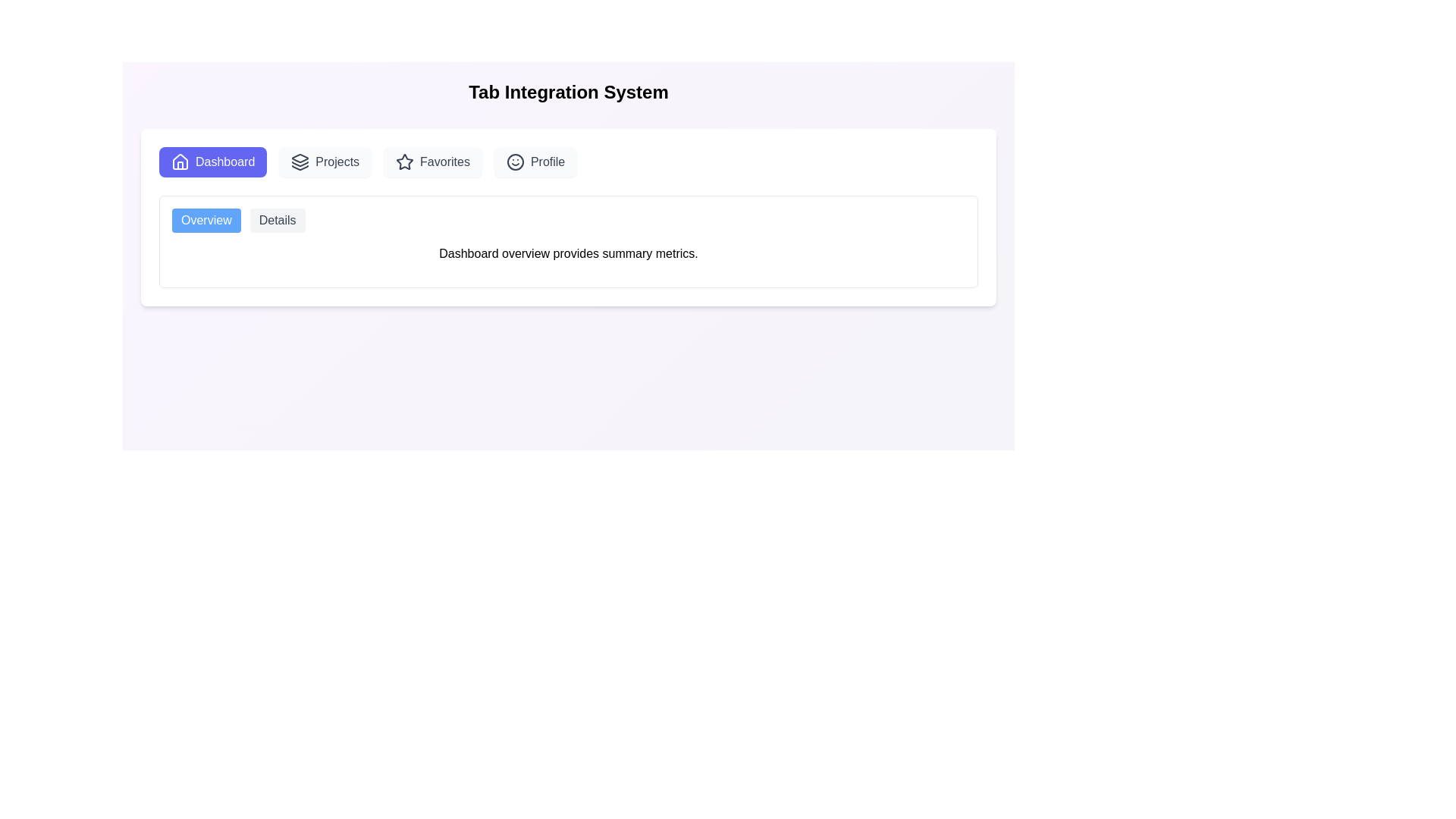 The height and width of the screenshot is (819, 1456). Describe the element at coordinates (535, 162) in the screenshot. I see `the 'Profile' button` at that location.